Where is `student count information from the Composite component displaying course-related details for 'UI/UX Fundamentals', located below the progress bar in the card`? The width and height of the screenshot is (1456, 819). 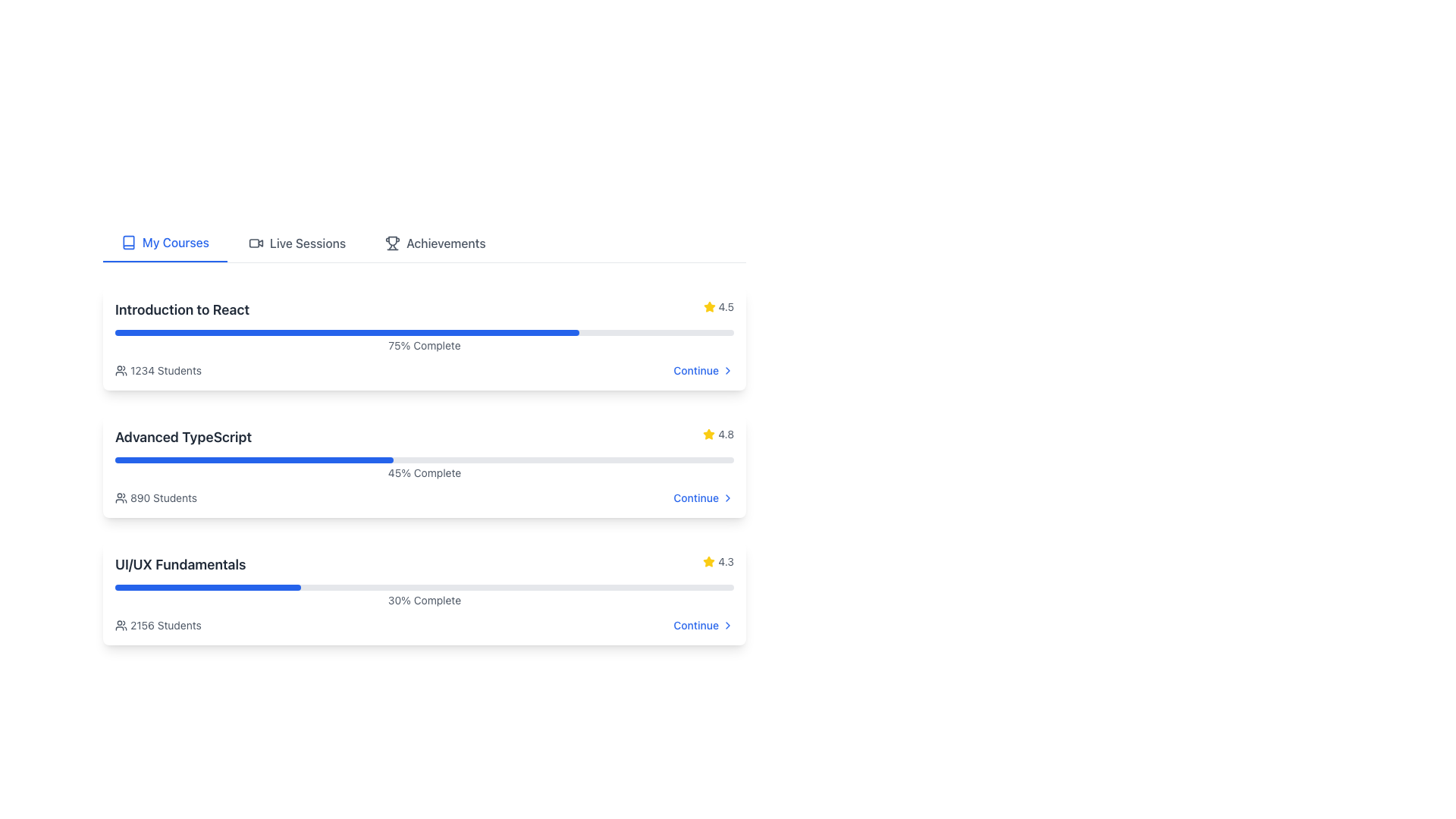
student count information from the Composite component displaying course-related details for 'UI/UX Fundamentals', located below the progress bar in the card is located at coordinates (425, 626).